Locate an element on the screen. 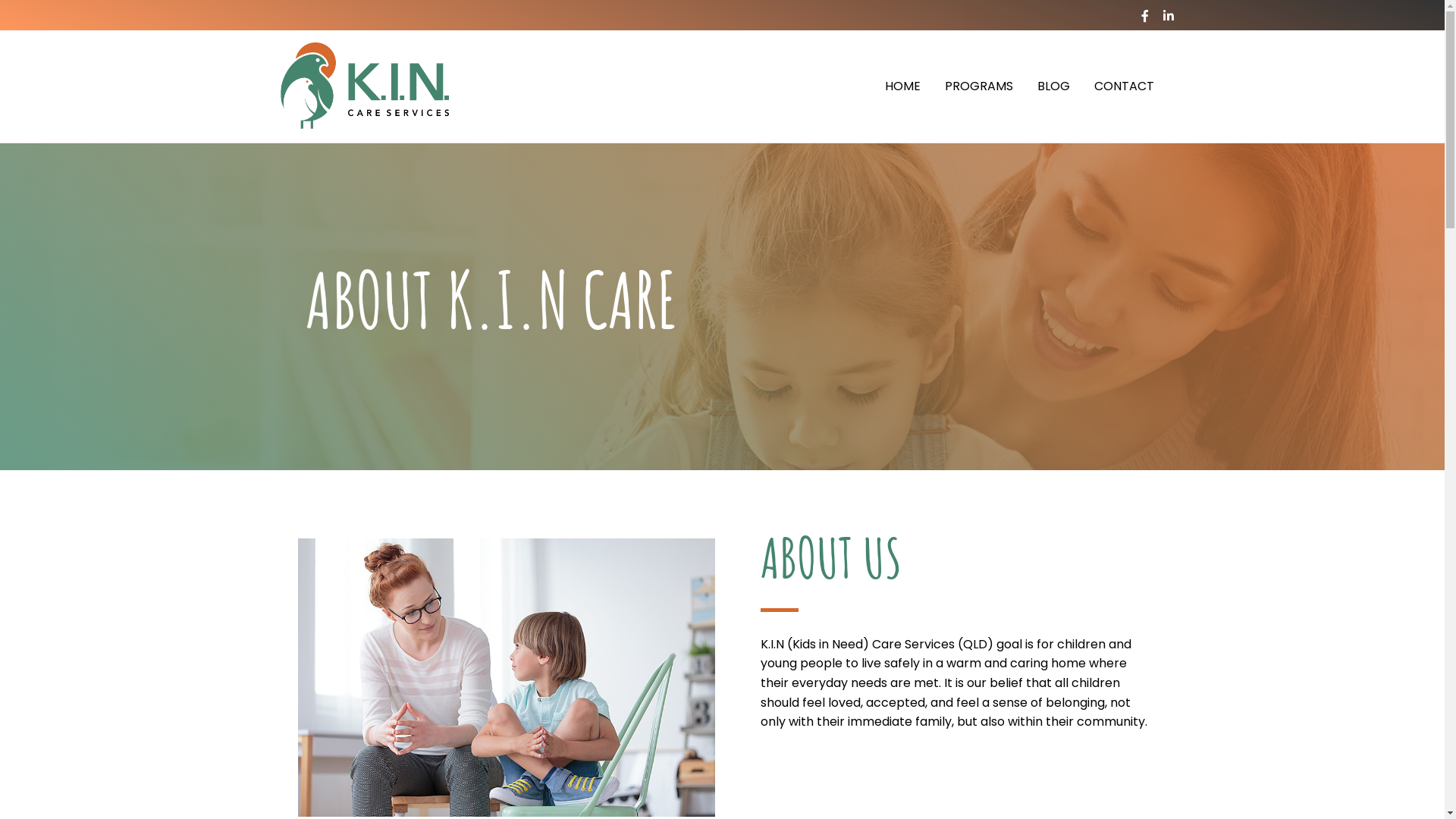  'HOME' is located at coordinates (902, 86).